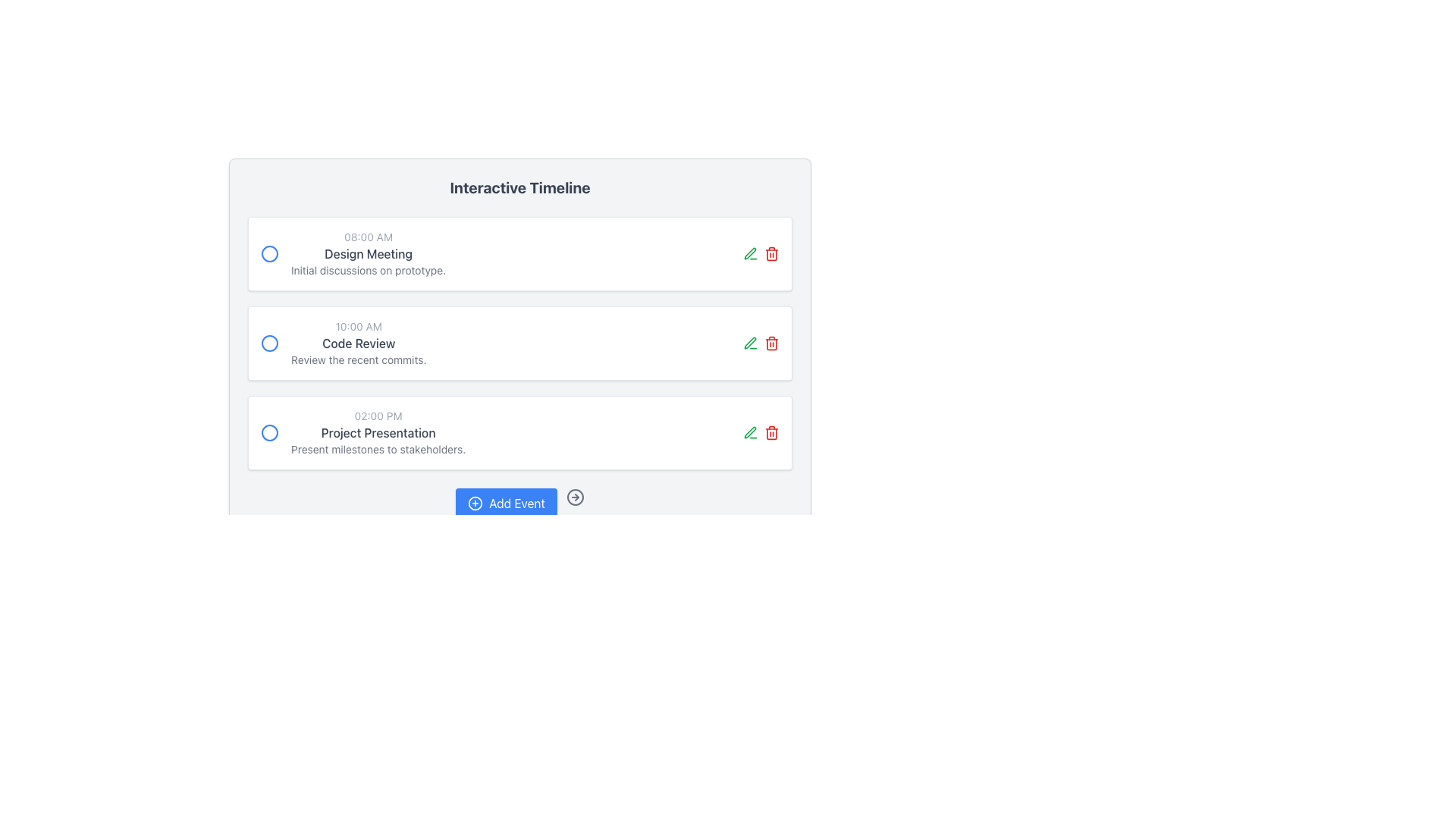 The image size is (1456, 819). What do you see at coordinates (378, 416) in the screenshot?
I see `the timestamp text label located above the 'Project Presentation' title in the third event card of the timeline` at bounding box center [378, 416].